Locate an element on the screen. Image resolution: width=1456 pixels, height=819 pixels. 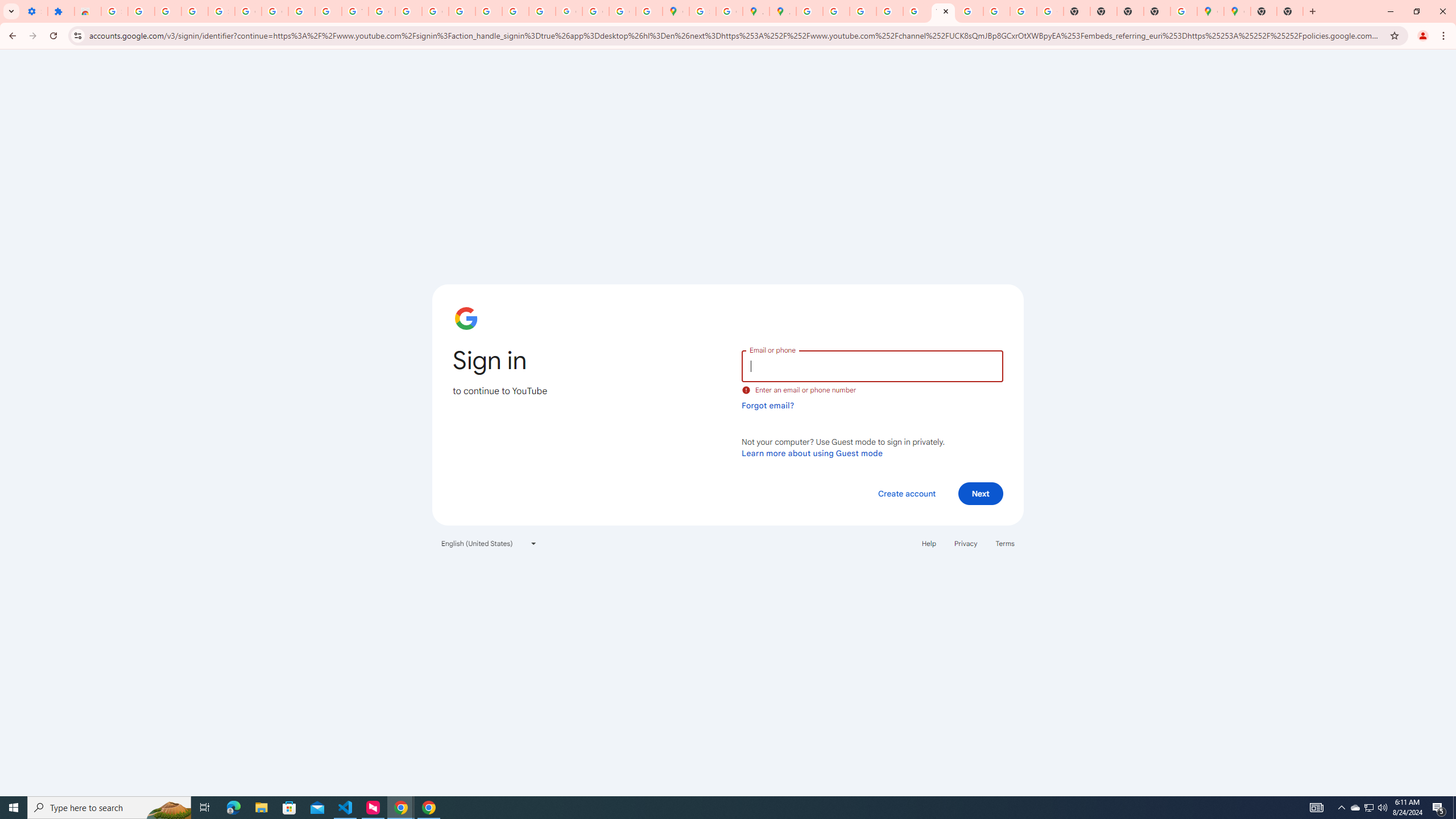
'Use Google Maps in Space - Google Maps Help' is located at coordinates (1183, 11).